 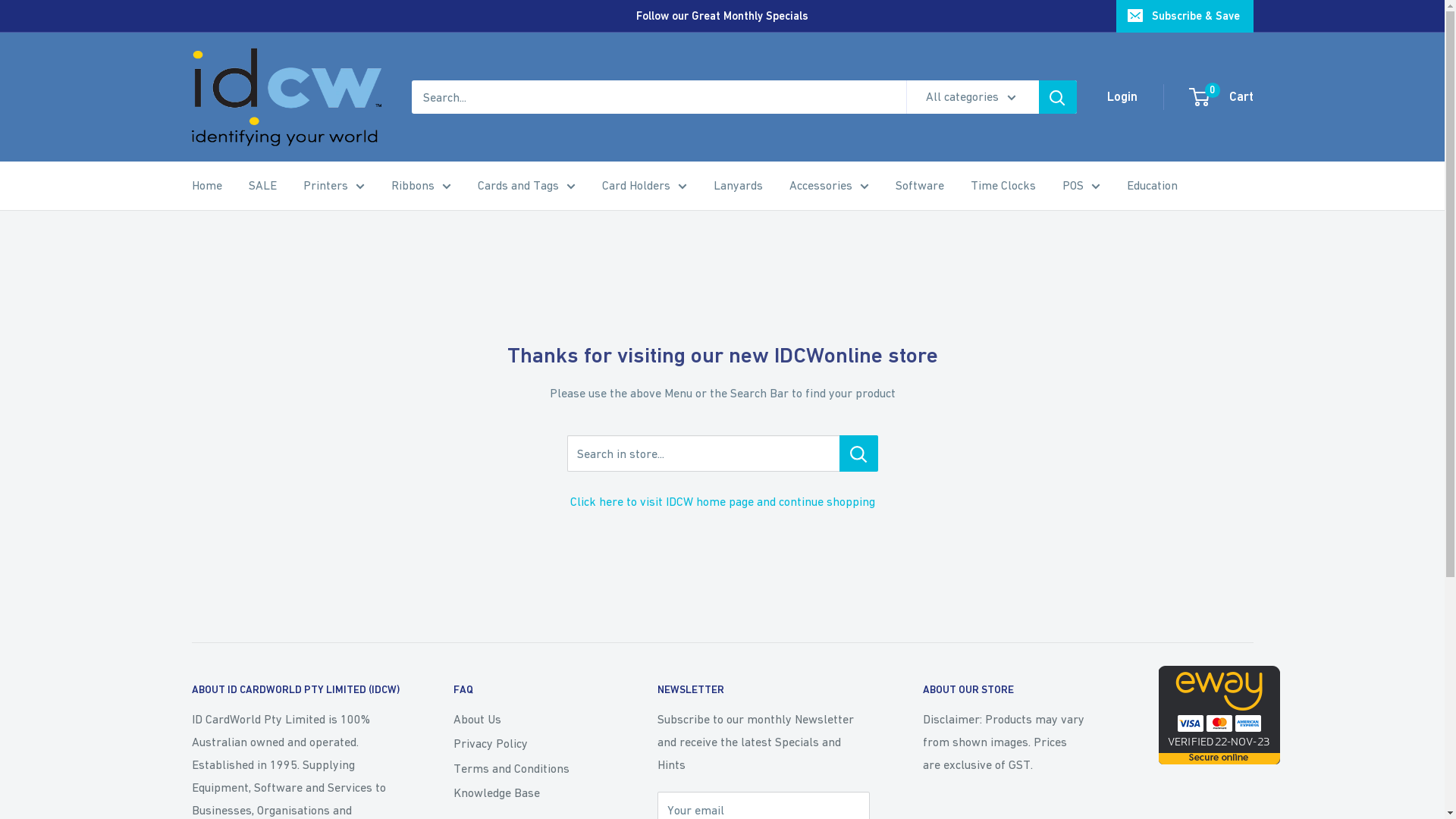 What do you see at coordinates (918, 185) in the screenshot?
I see `'Software'` at bounding box center [918, 185].